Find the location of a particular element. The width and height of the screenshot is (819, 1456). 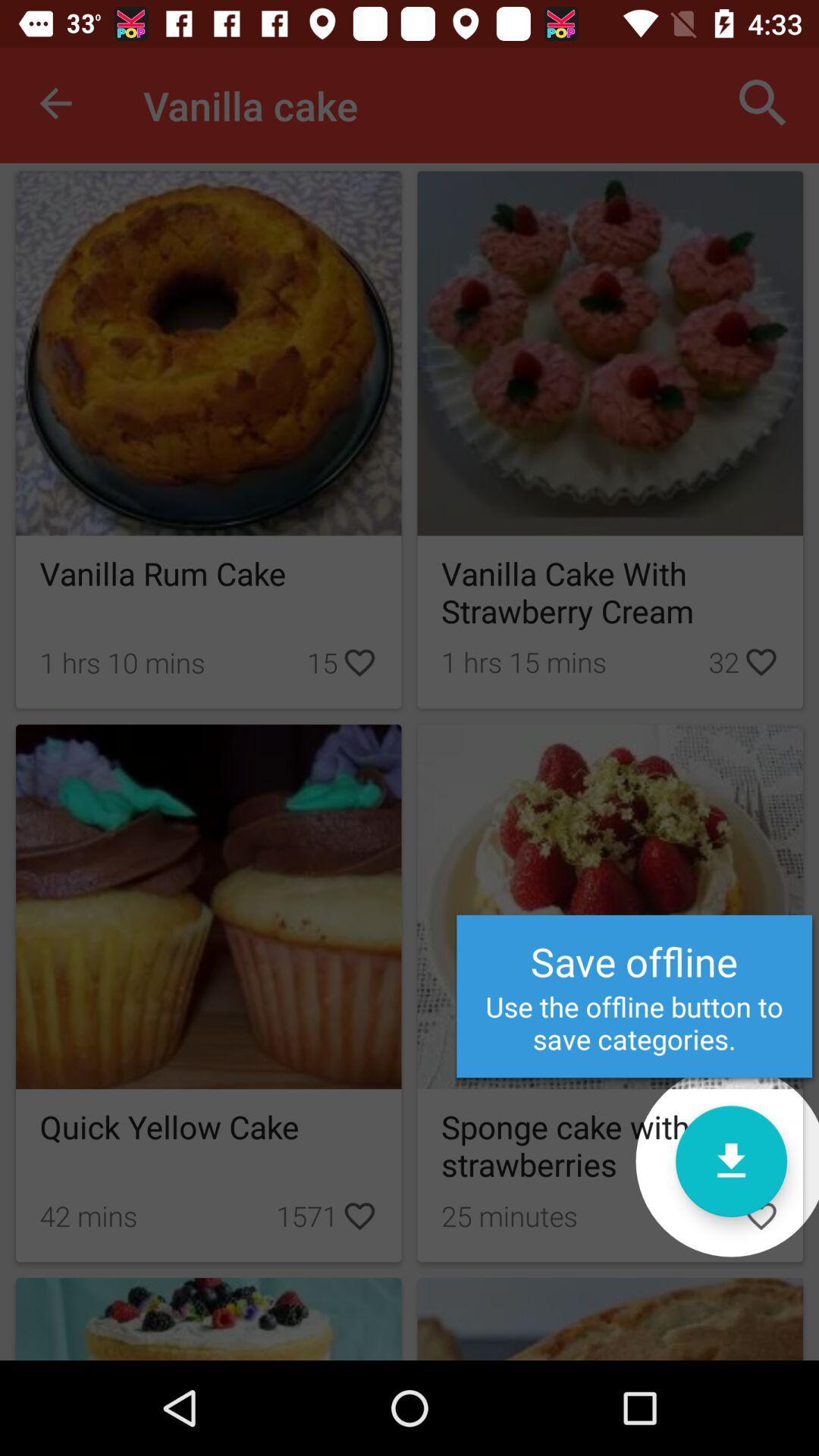

icon to the left of the vanilla cake item is located at coordinates (55, 102).